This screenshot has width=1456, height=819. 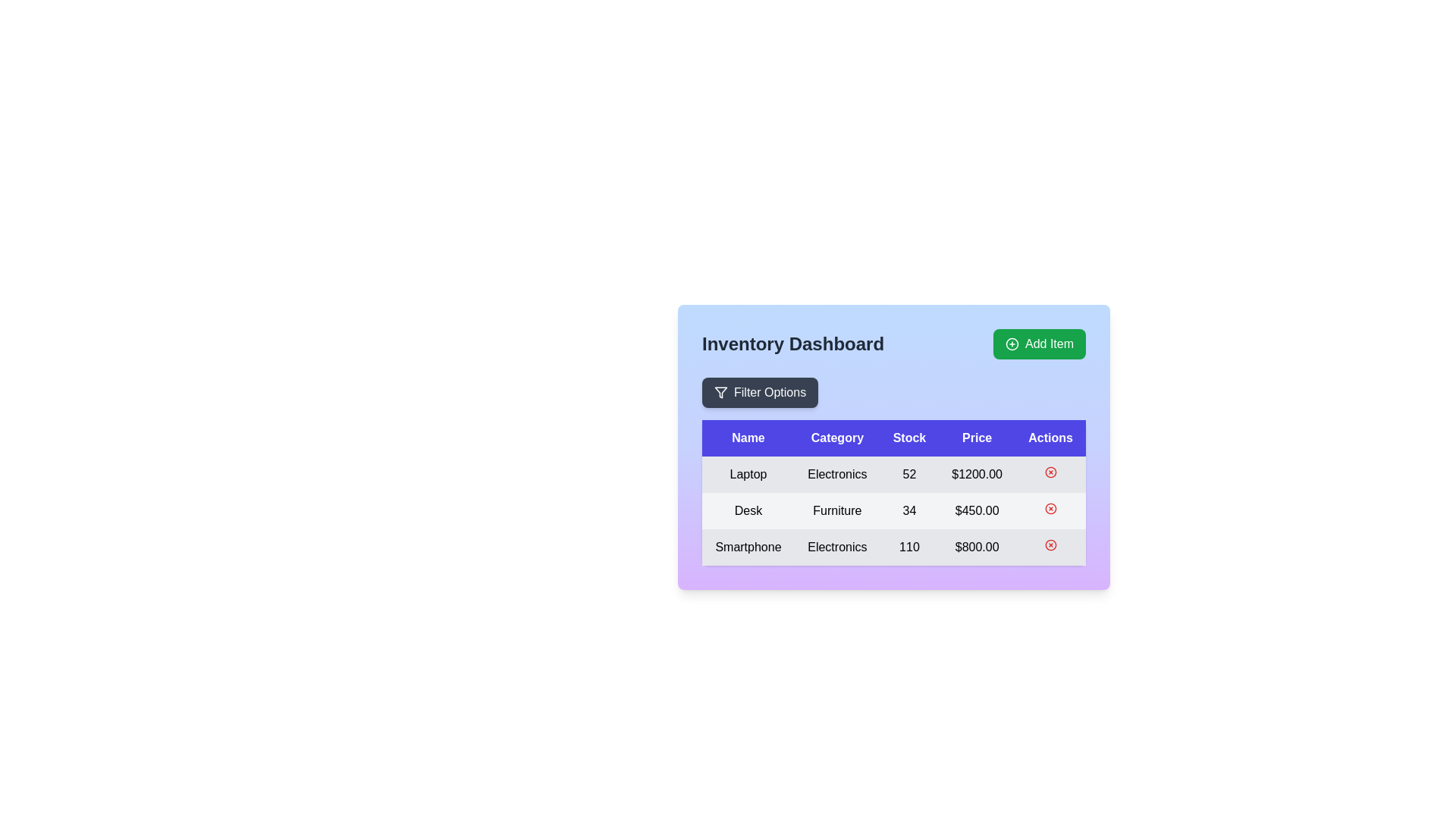 I want to click on the 'Filter Options' button that contains the filter funnel icon, which is a small SVG graphic with a triangular top and narrow neck, located at the specified coordinates, so click(x=720, y=391).